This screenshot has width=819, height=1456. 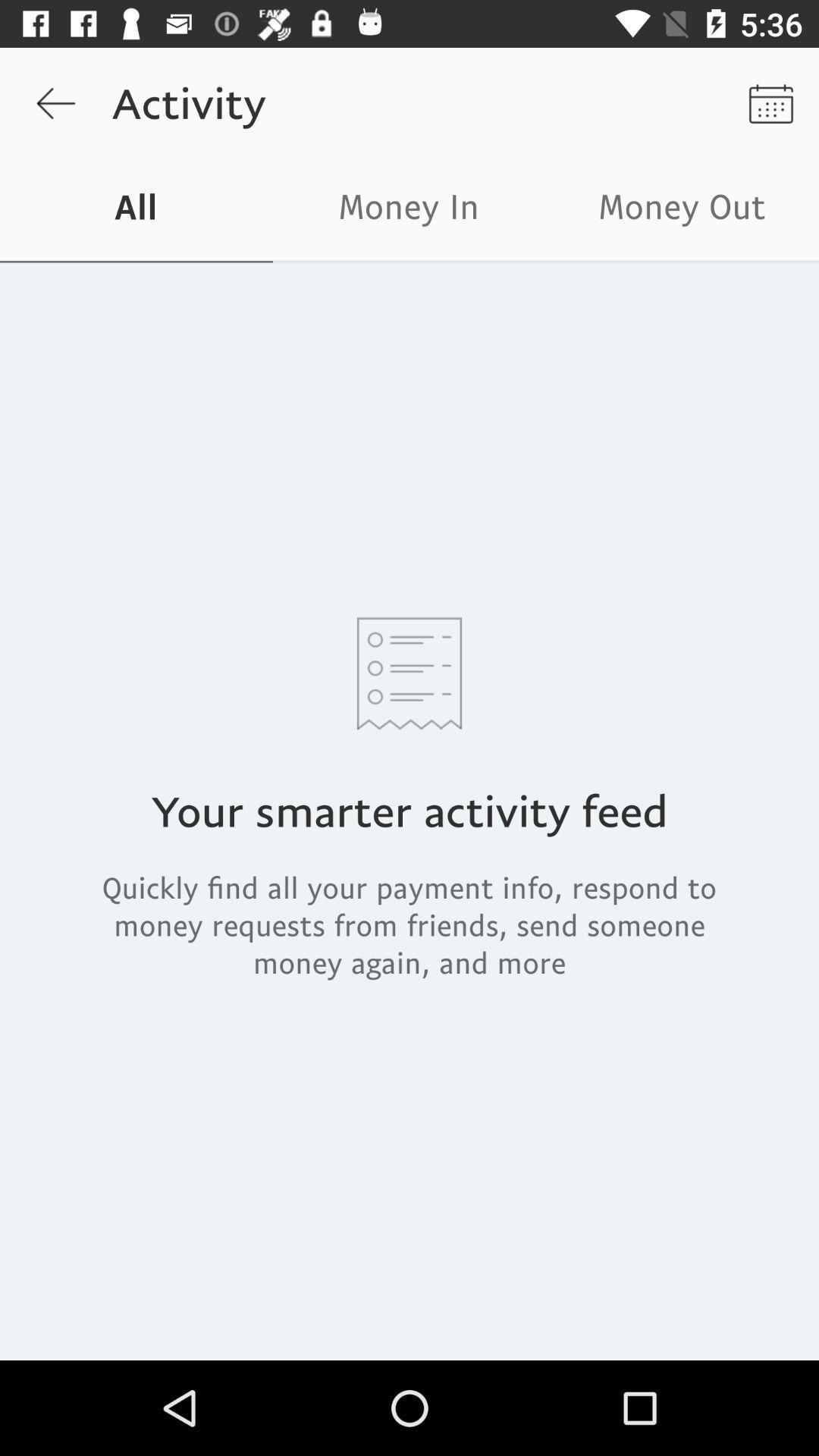 I want to click on money out item, so click(x=681, y=210).